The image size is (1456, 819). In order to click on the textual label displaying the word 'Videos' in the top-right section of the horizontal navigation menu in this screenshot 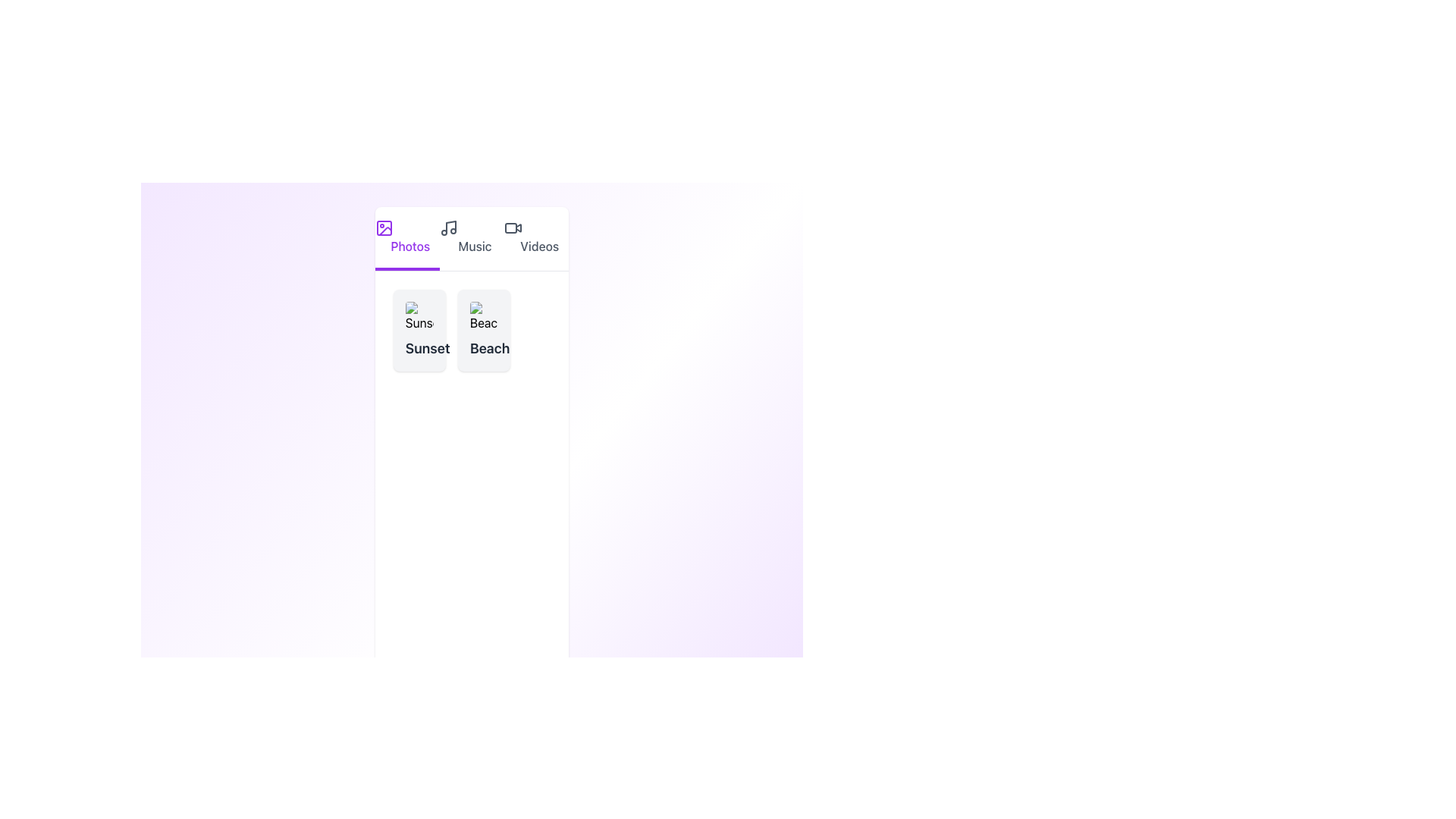, I will do `click(539, 245)`.